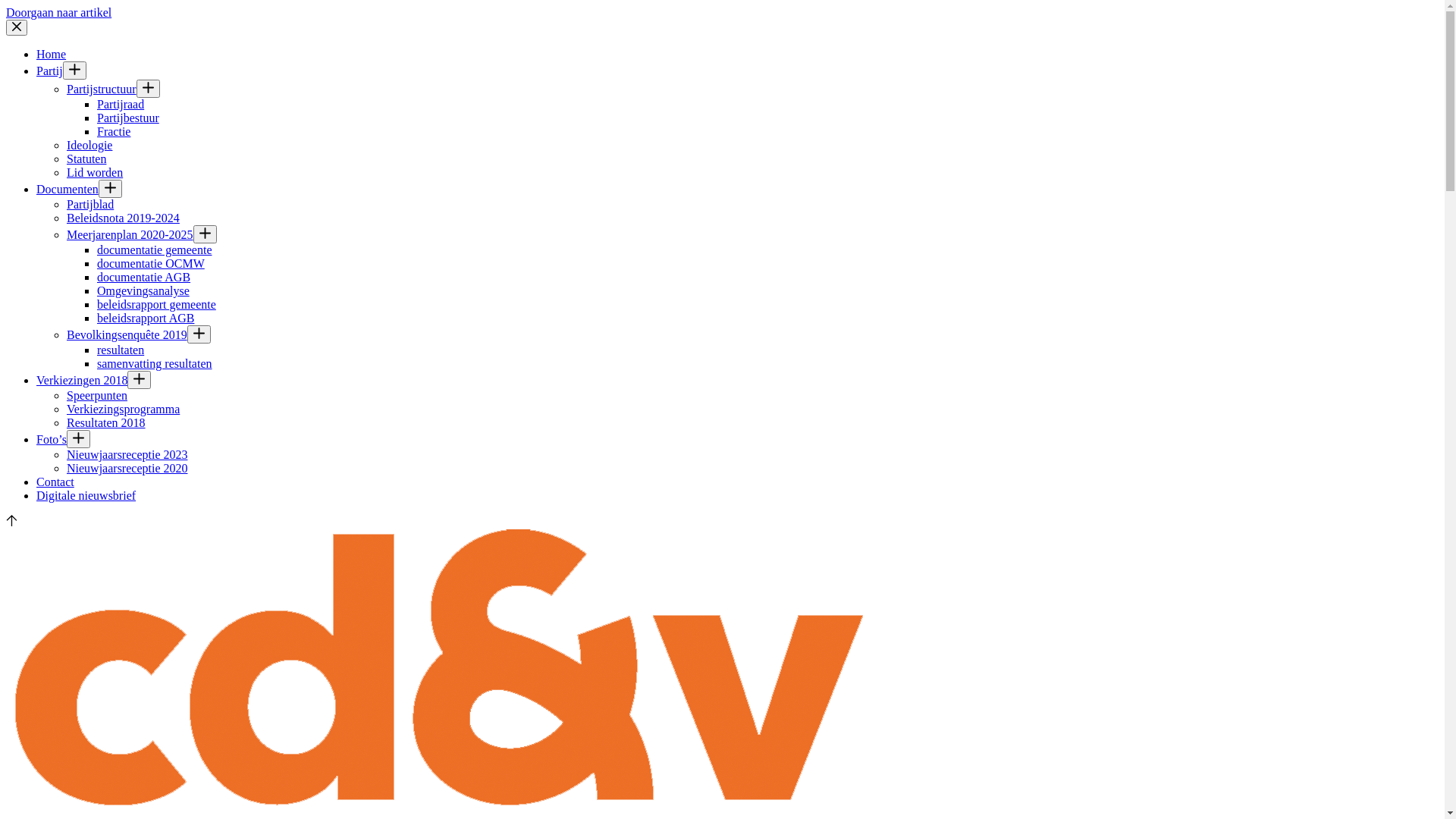  Describe the element at coordinates (65, 234) in the screenshot. I see `'Meerjarenplan 2020-2025'` at that location.